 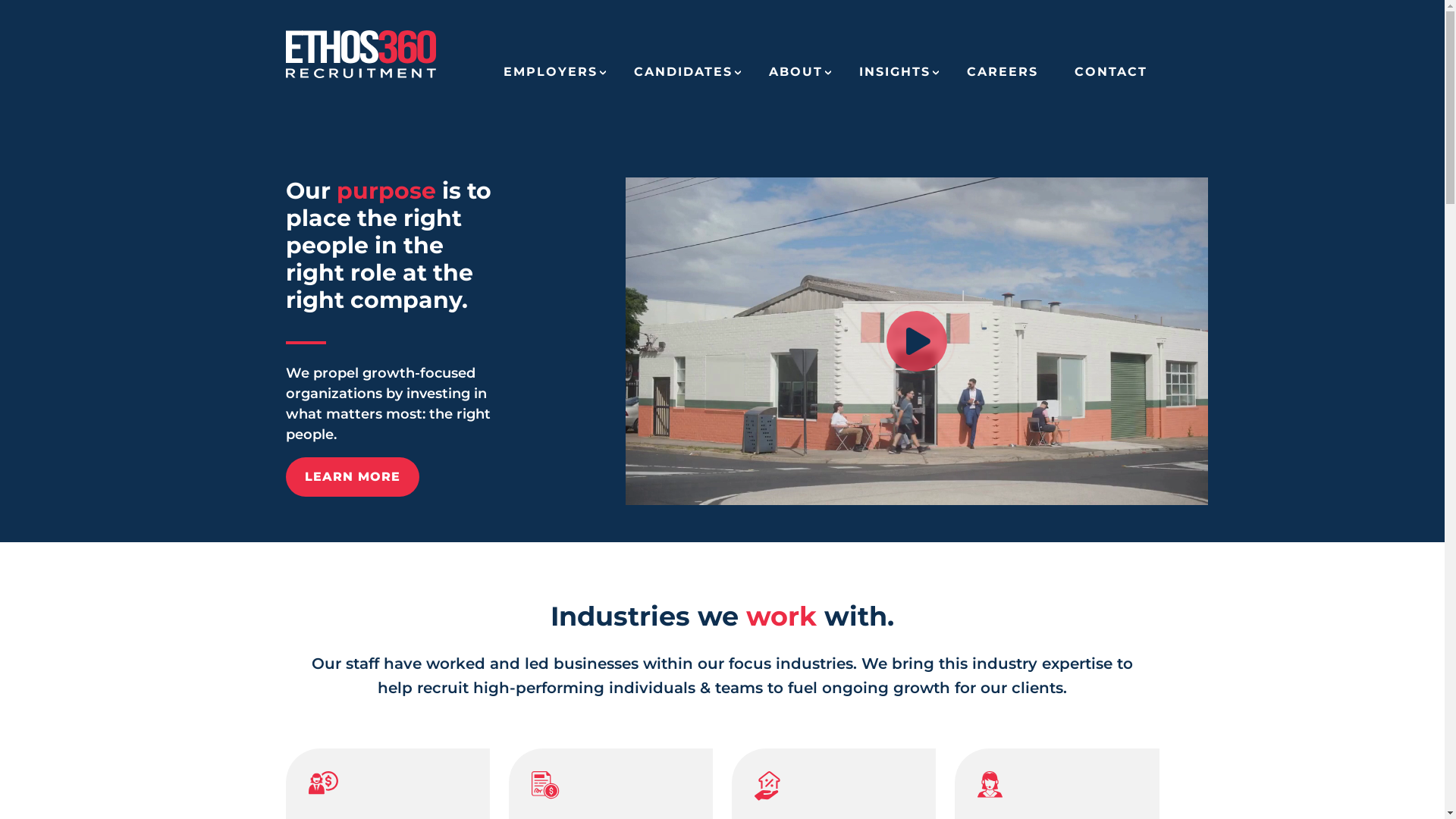 What do you see at coordinates (1001, 77) in the screenshot?
I see `'CAREERS'` at bounding box center [1001, 77].